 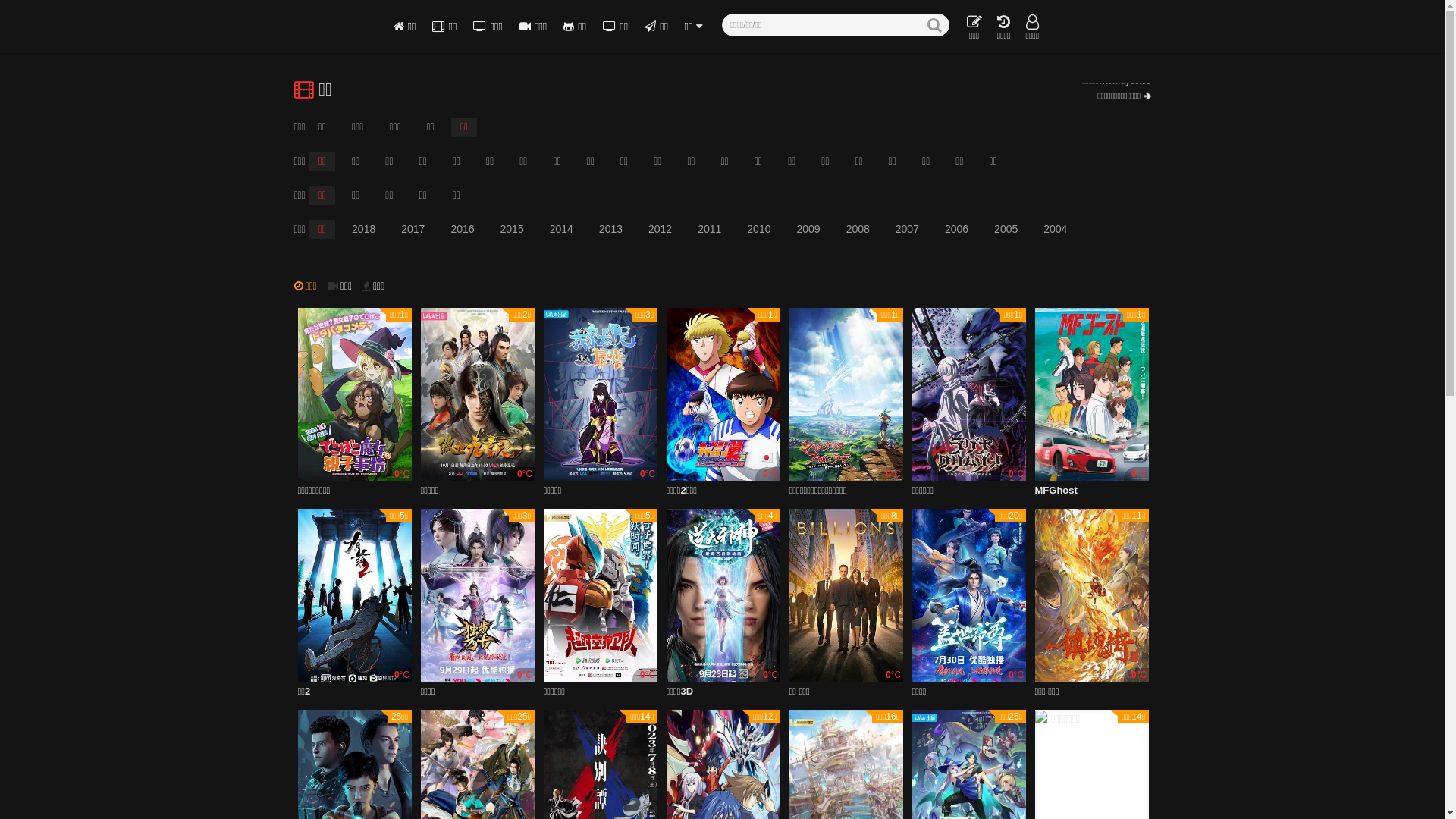 I want to click on '2012', so click(x=660, y=229).